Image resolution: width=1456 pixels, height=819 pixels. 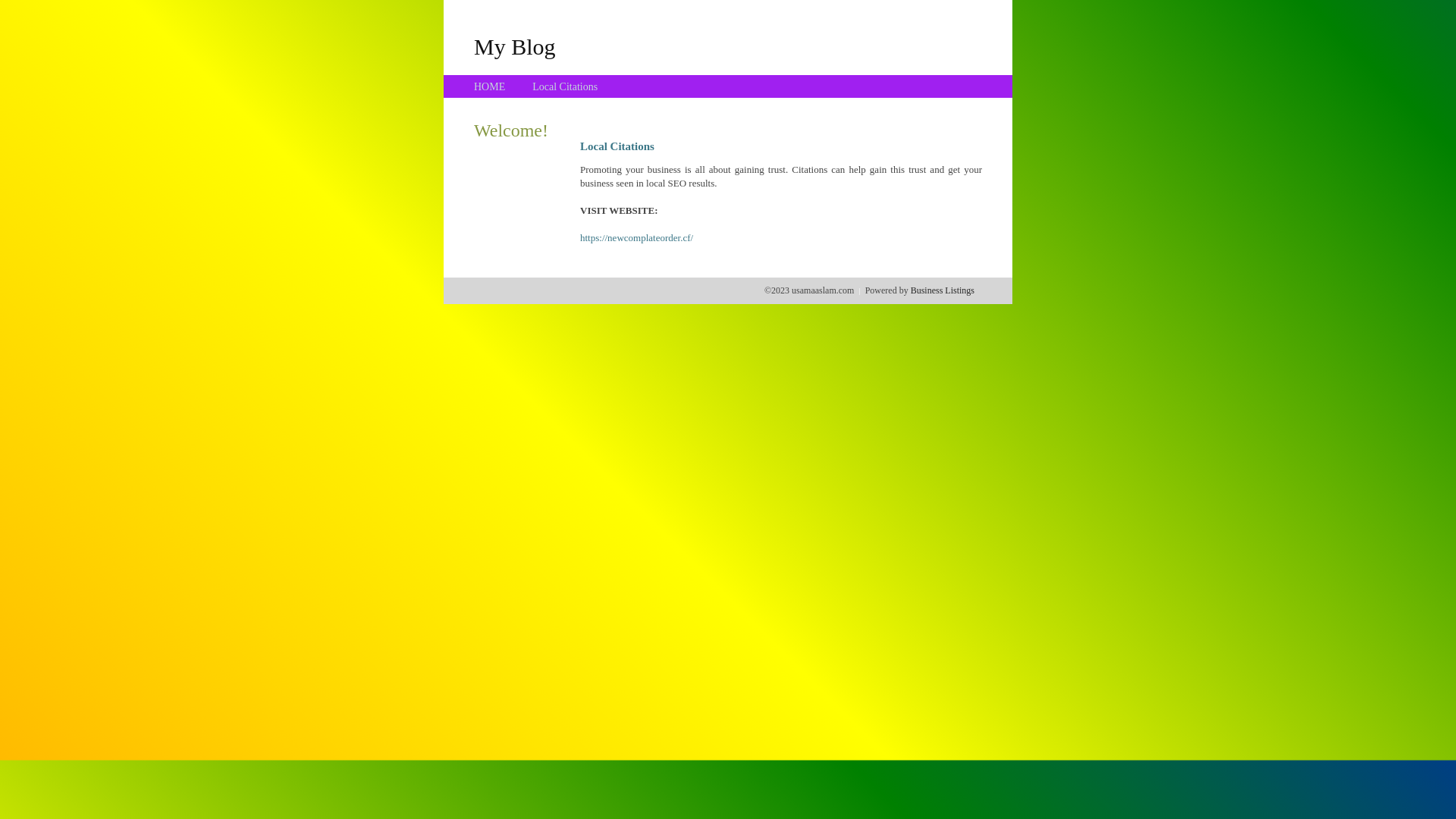 What do you see at coordinates (942, 290) in the screenshot?
I see `'Business Listings'` at bounding box center [942, 290].